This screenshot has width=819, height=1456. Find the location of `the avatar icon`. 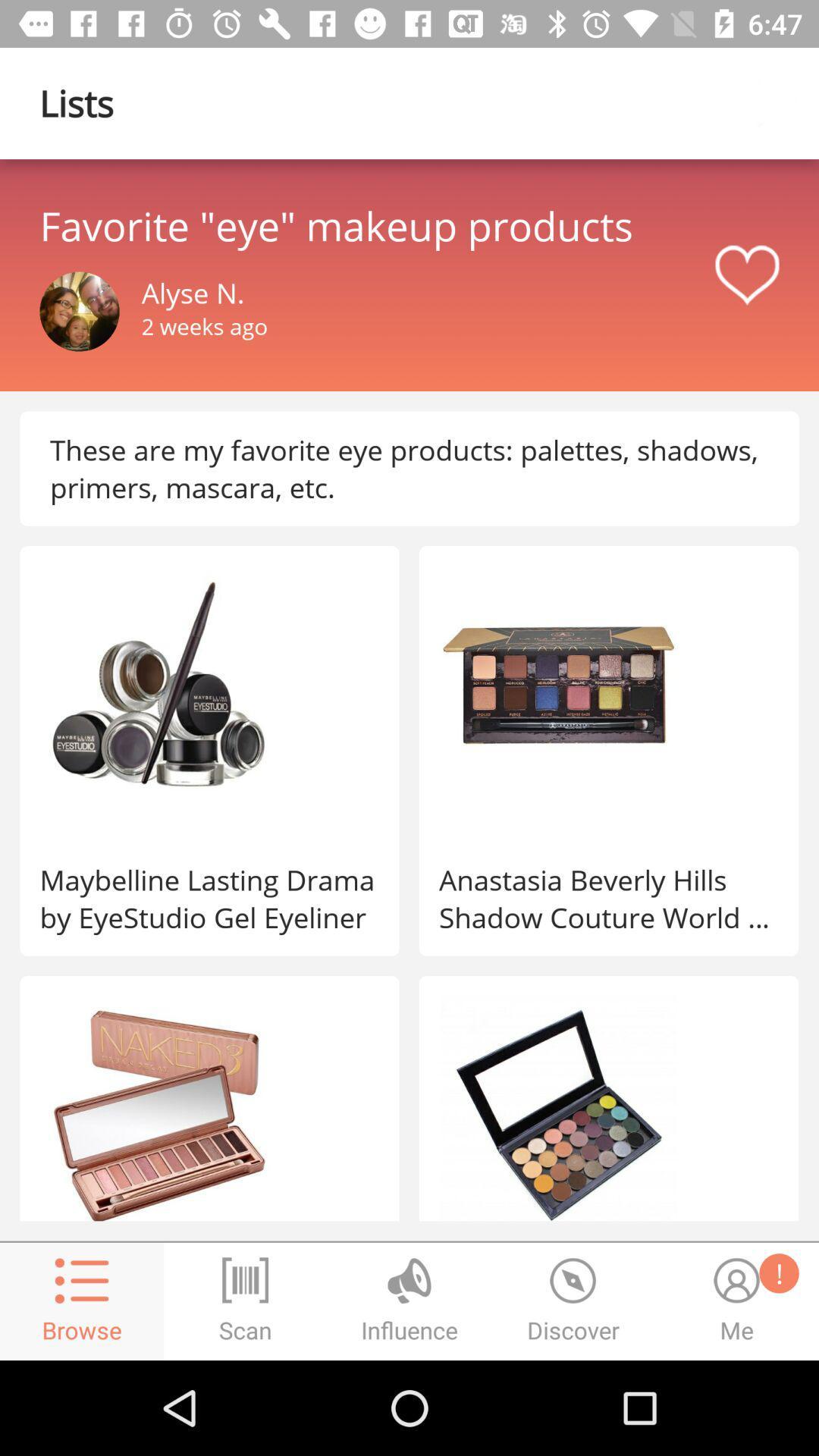

the avatar icon is located at coordinates (79, 311).